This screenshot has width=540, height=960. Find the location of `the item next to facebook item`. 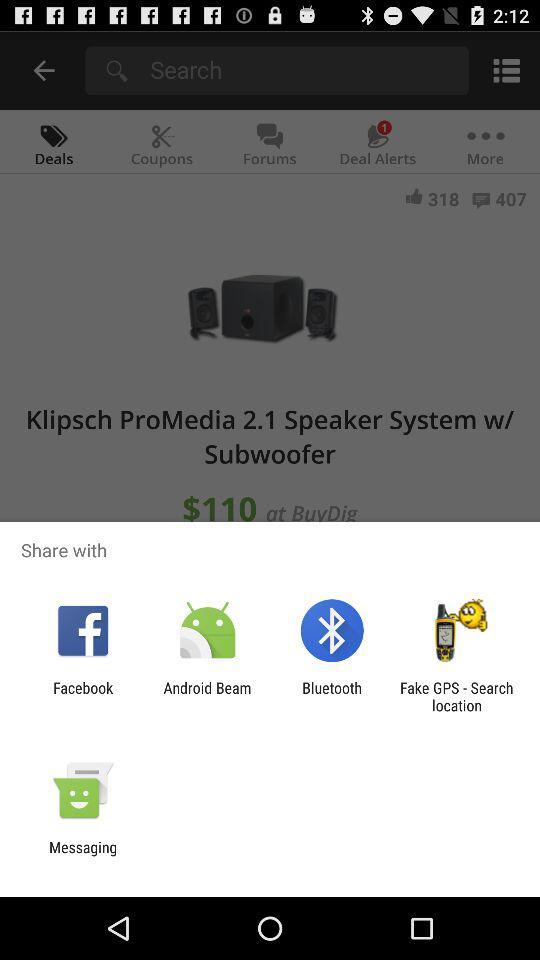

the item next to facebook item is located at coordinates (206, 696).